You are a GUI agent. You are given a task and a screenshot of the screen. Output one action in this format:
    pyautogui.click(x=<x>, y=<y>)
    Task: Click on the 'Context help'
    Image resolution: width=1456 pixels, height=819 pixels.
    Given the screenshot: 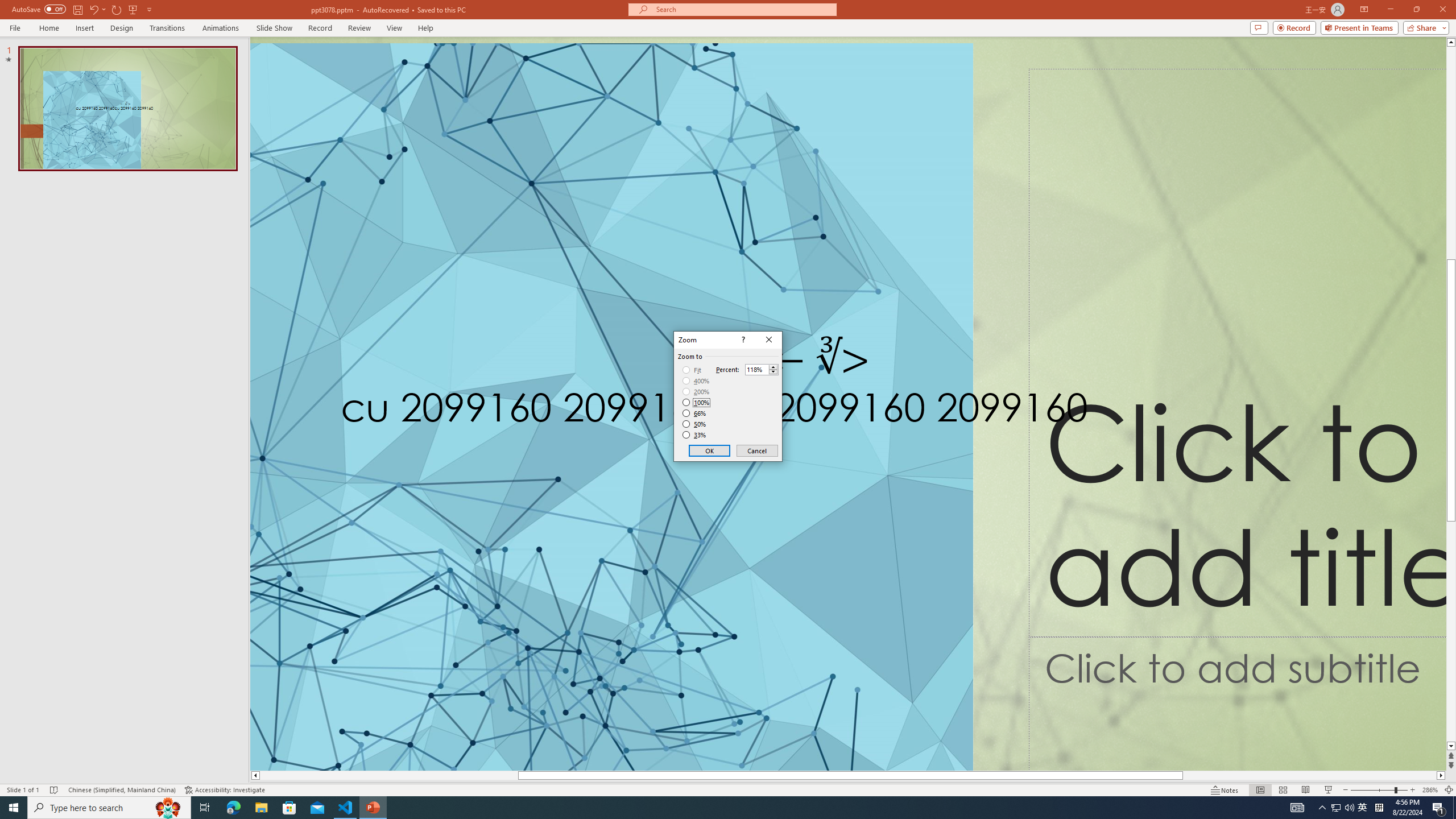 What is the action you would take?
    pyautogui.click(x=742, y=340)
    